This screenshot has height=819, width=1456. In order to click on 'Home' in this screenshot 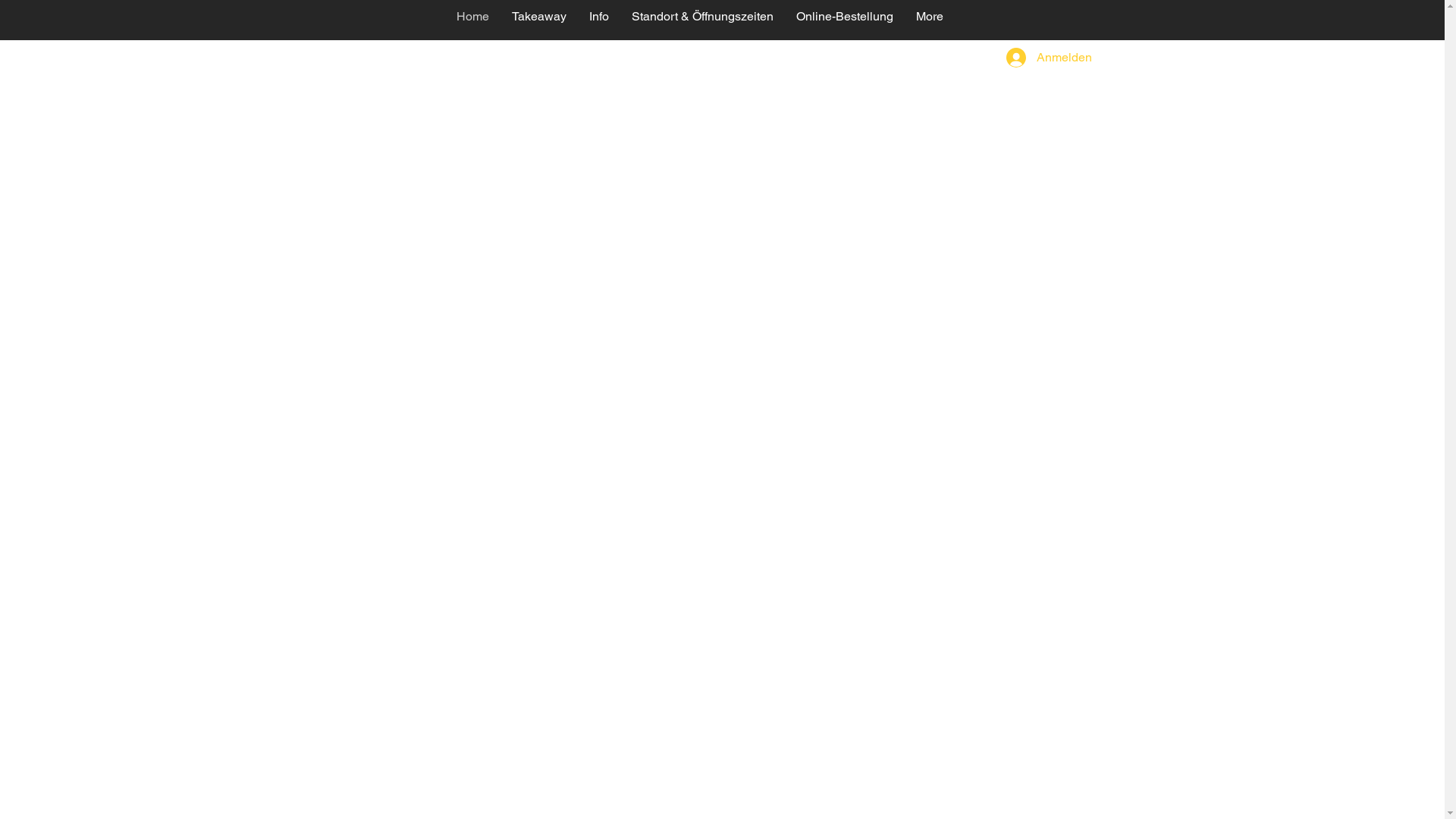, I will do `click(471, 19)`.